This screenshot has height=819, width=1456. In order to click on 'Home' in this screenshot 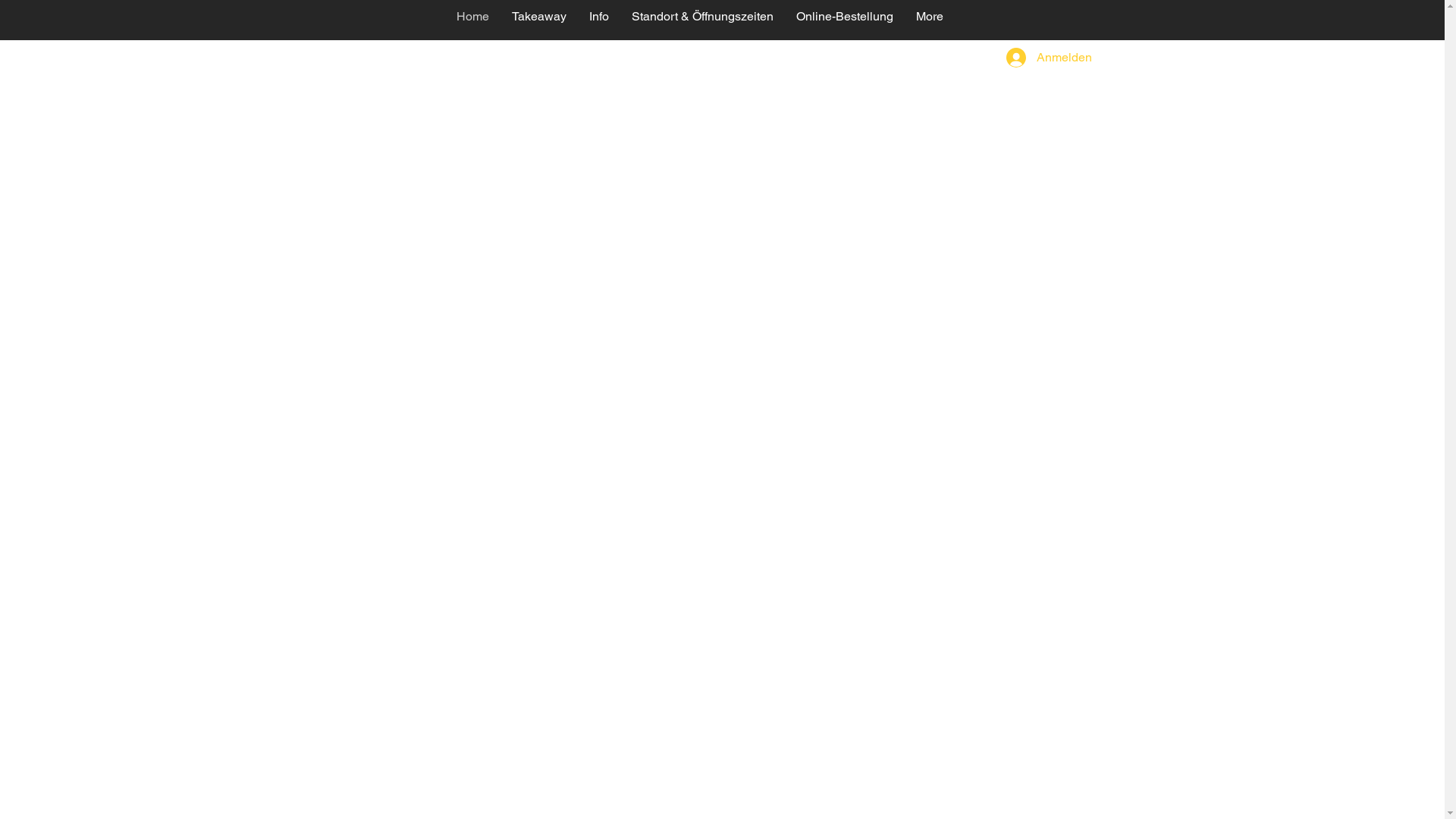, I will do `click(471, 19)`.